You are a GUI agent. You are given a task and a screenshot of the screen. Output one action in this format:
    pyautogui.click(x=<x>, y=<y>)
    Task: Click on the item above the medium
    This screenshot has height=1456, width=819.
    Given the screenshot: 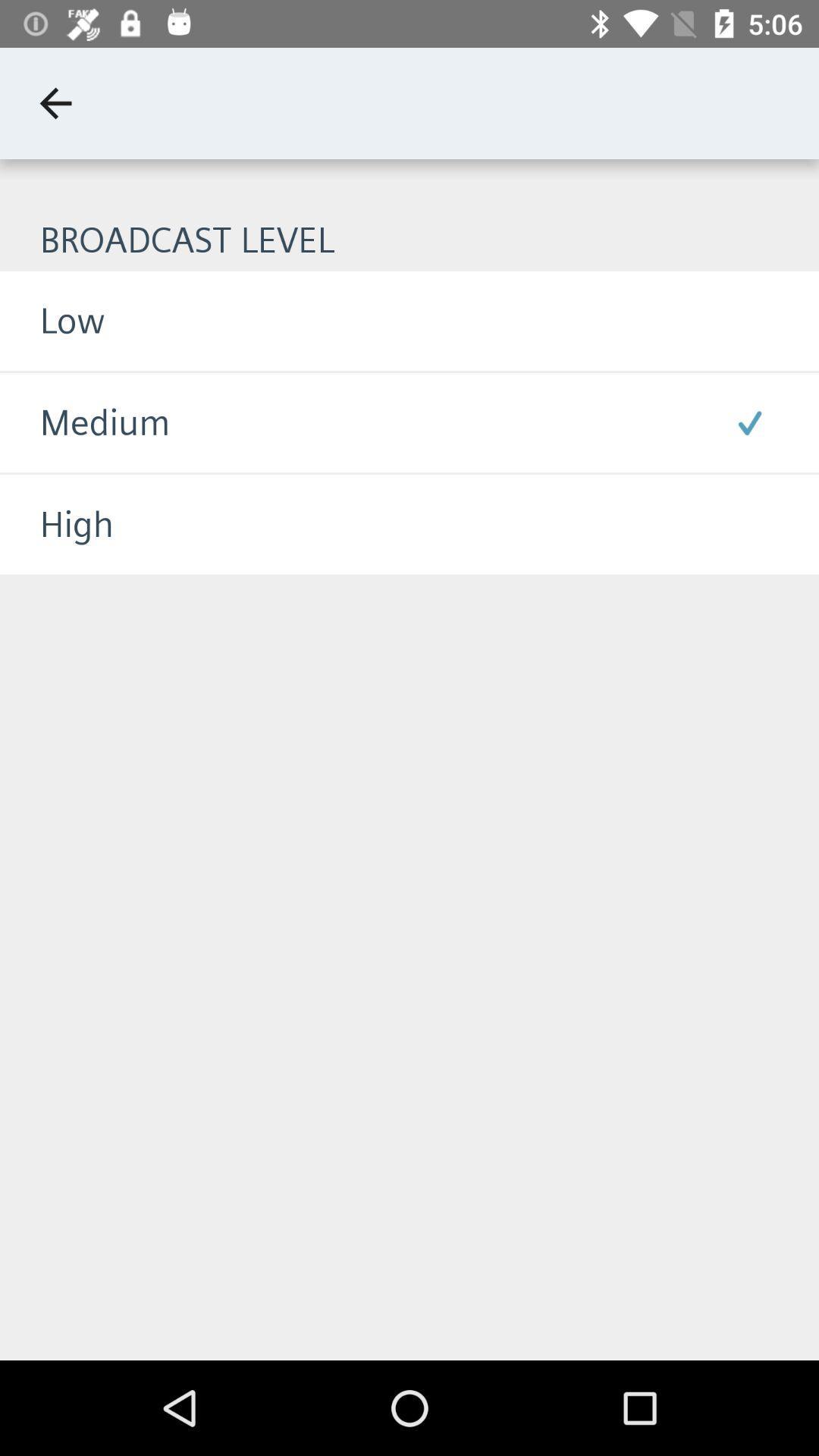 What is the action you would take?
    pyautogui.click(x=52, y=320)
    